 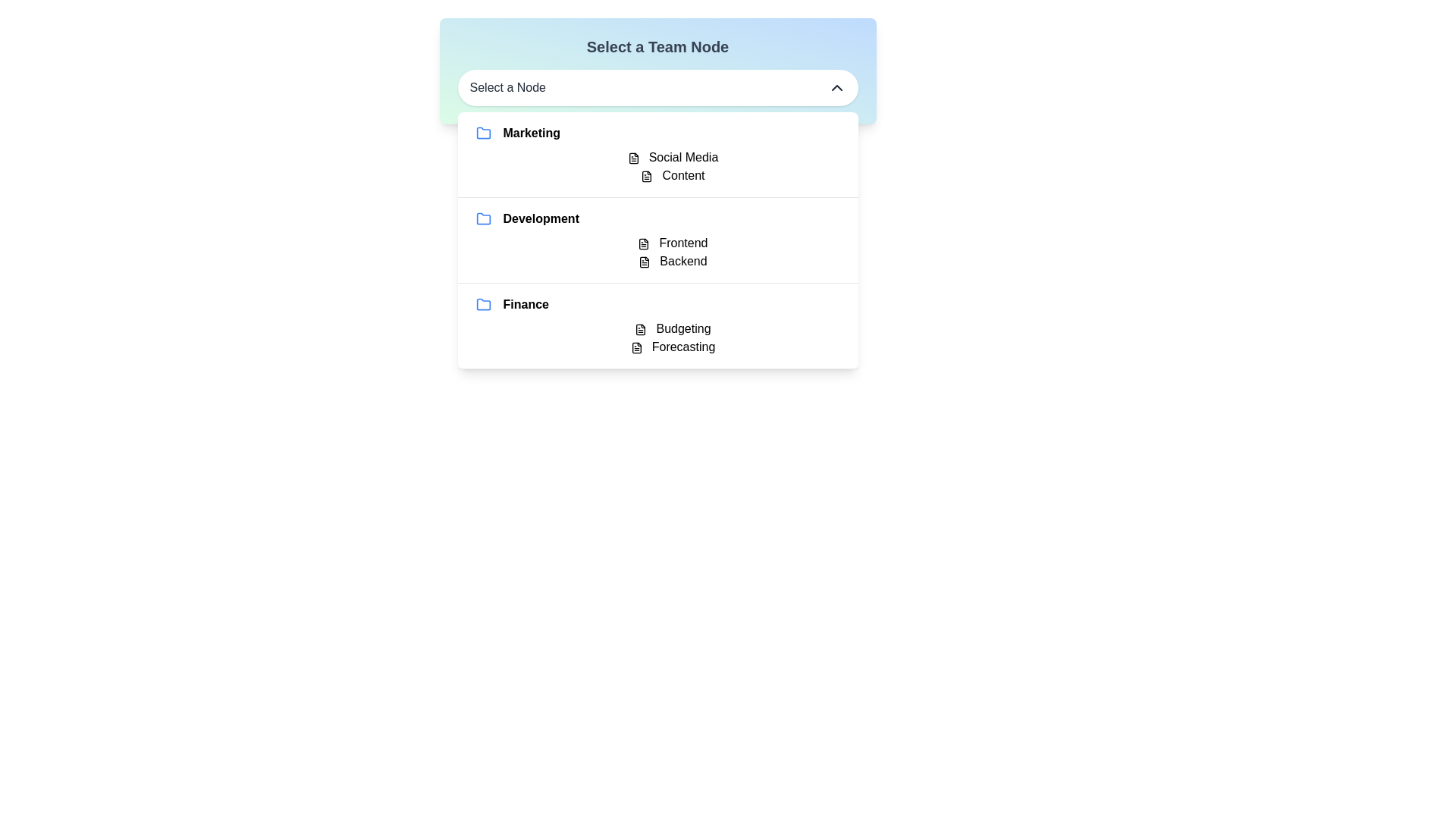 What do you see at coordinates (657, 240) in the screenshot?
I see `the 'Frontend' sub-item within the 'Development' menu section, which is represented by a folder icon and is the first sub-item listed under the 'Development' section` at bounding box center [657, 240].